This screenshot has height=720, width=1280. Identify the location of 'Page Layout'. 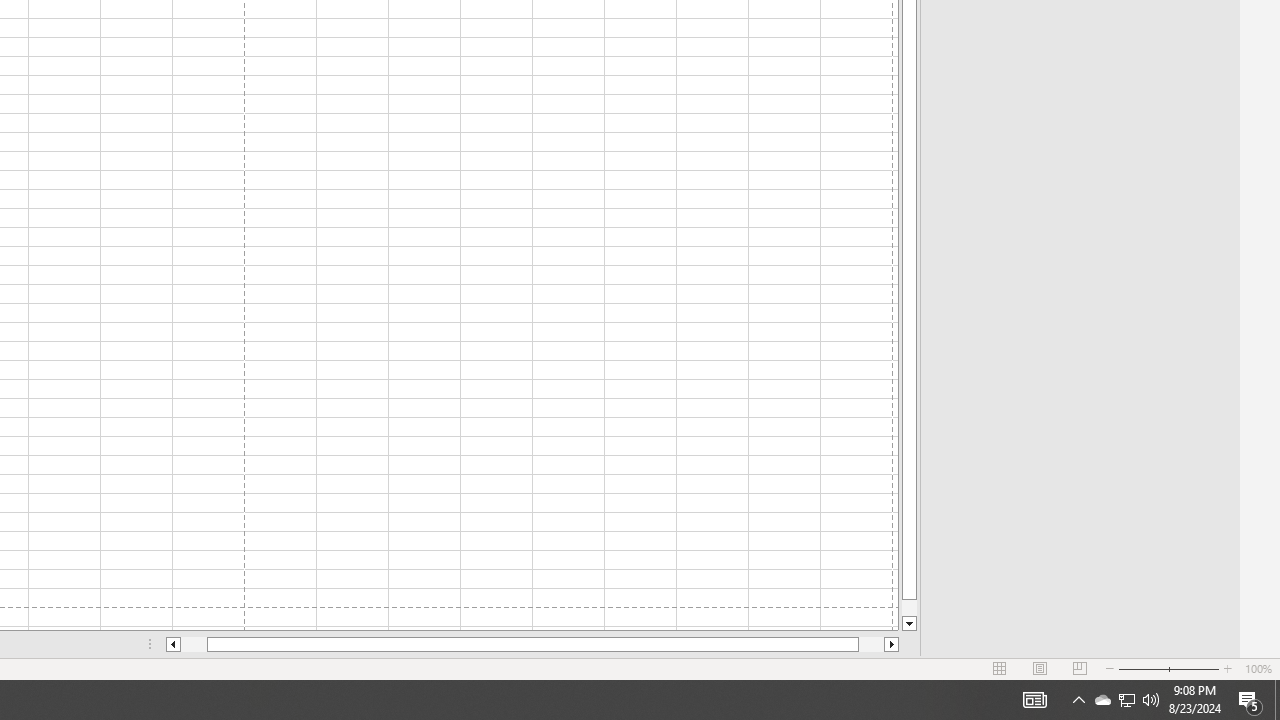
(1040, 669).